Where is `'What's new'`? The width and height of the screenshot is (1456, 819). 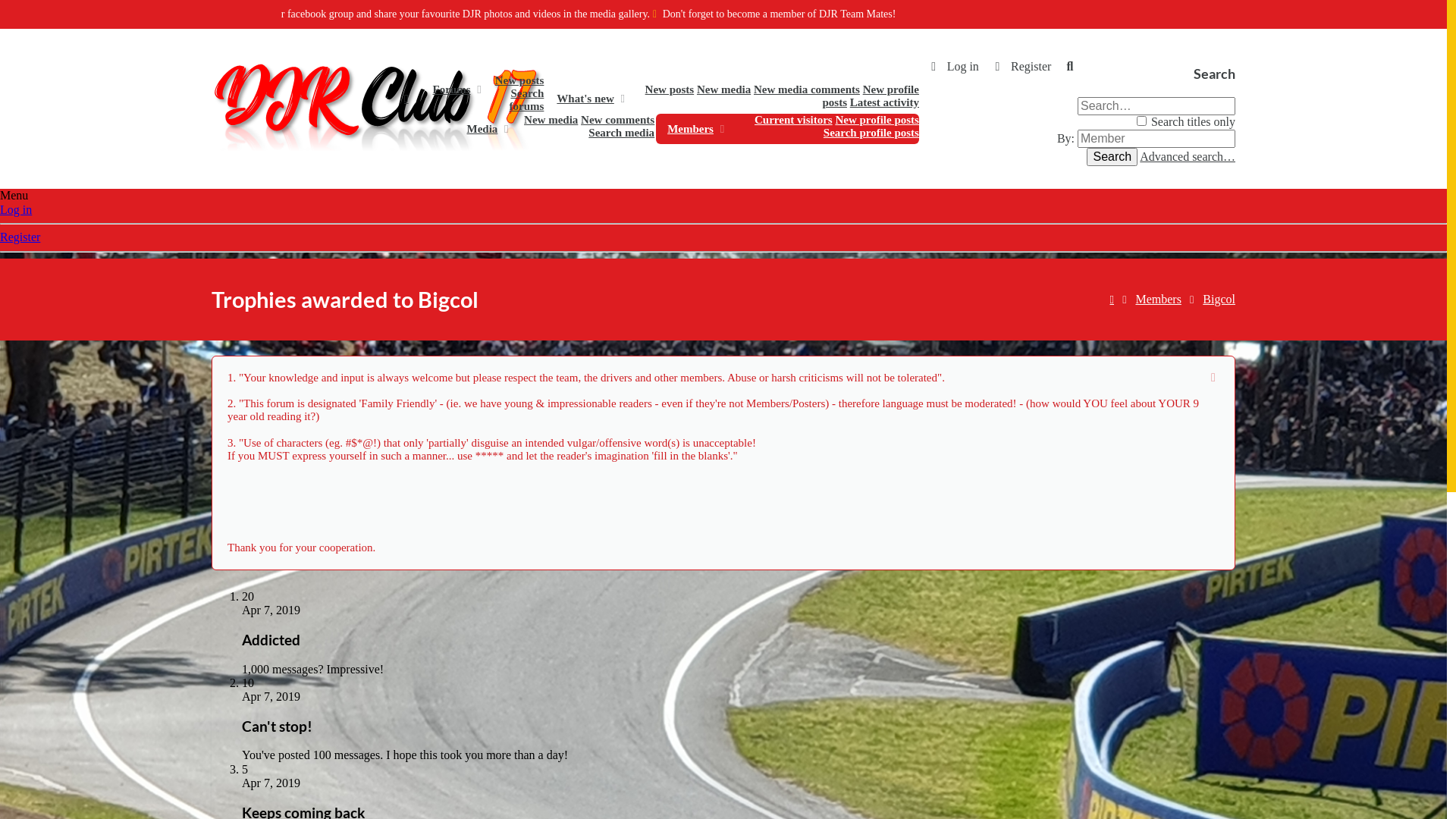 'What's new' is located at coordinates (580, 99).